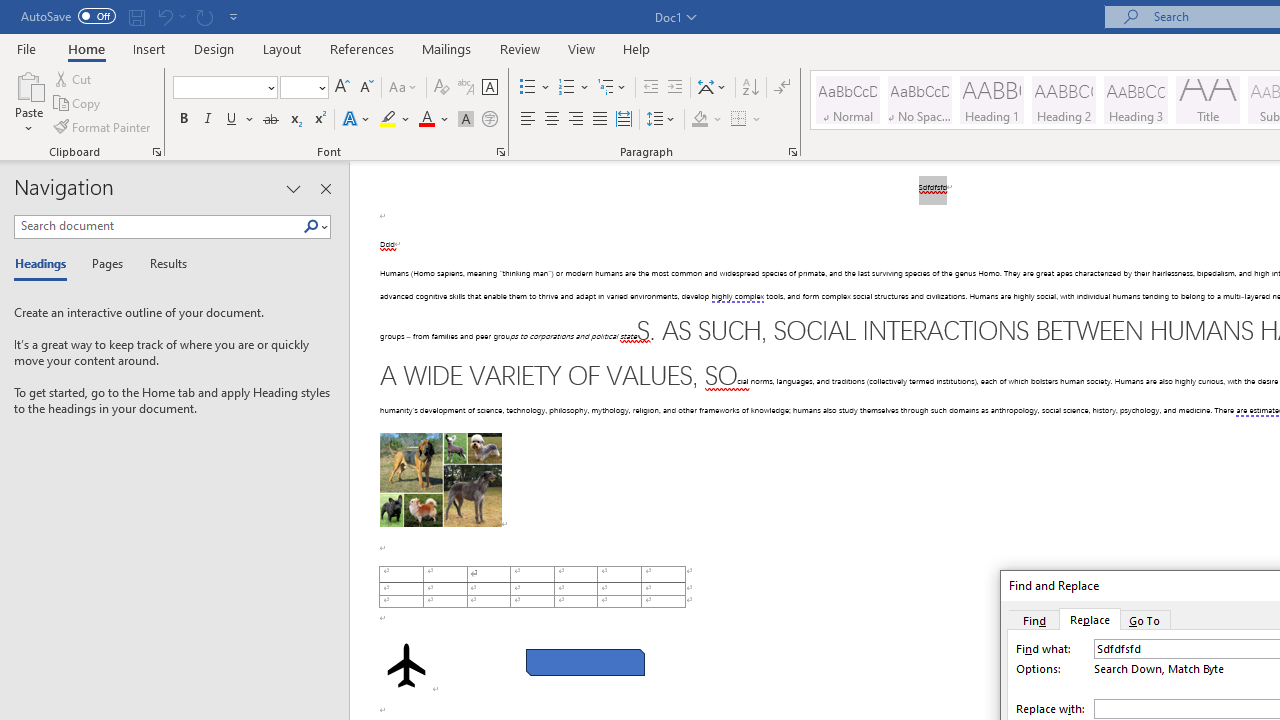 The width and height of the screenshot is (1280, 720). Describe the element at coordinates (707, 119) in the screenshot. I see `'Shading'` at that location.